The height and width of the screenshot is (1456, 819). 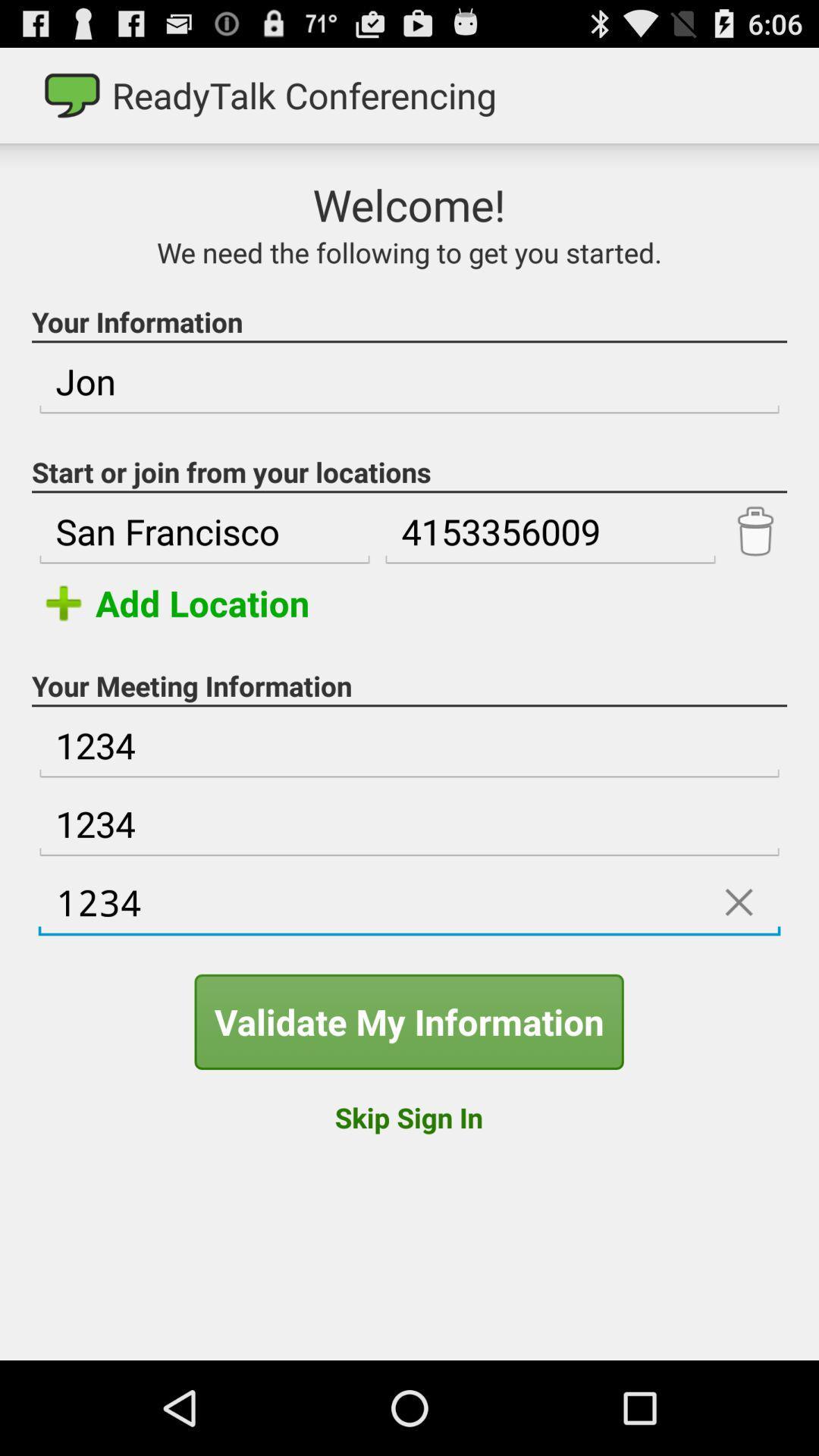 I want to click on the item next to san francisco, so click(x=550, y=532).